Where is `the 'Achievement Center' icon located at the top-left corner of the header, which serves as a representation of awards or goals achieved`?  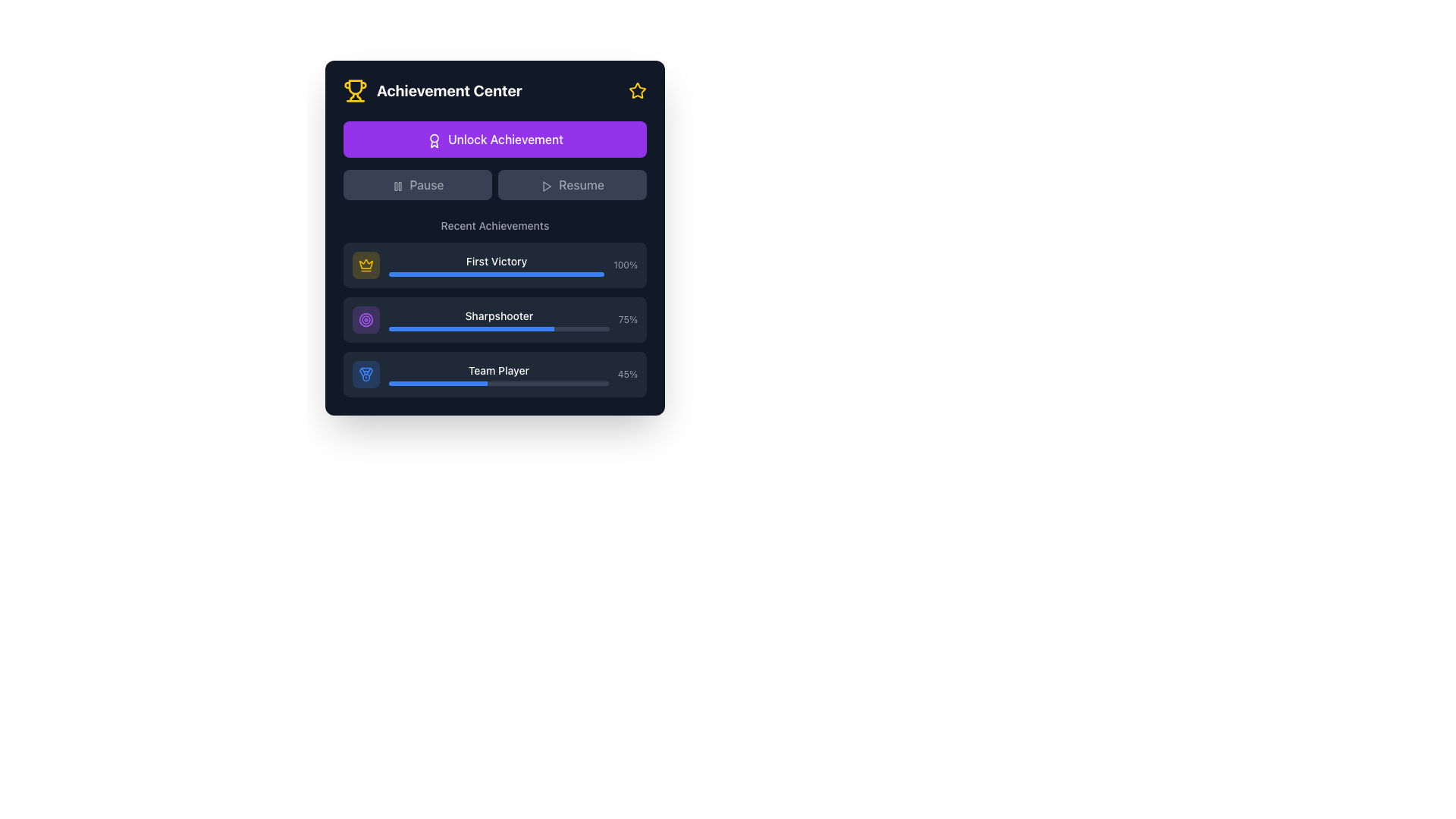 the 'Achievement Center' icon located at the top-left corner of the header, which serves as a representation of awards or goals achieved is located at coordinates (355, 90).